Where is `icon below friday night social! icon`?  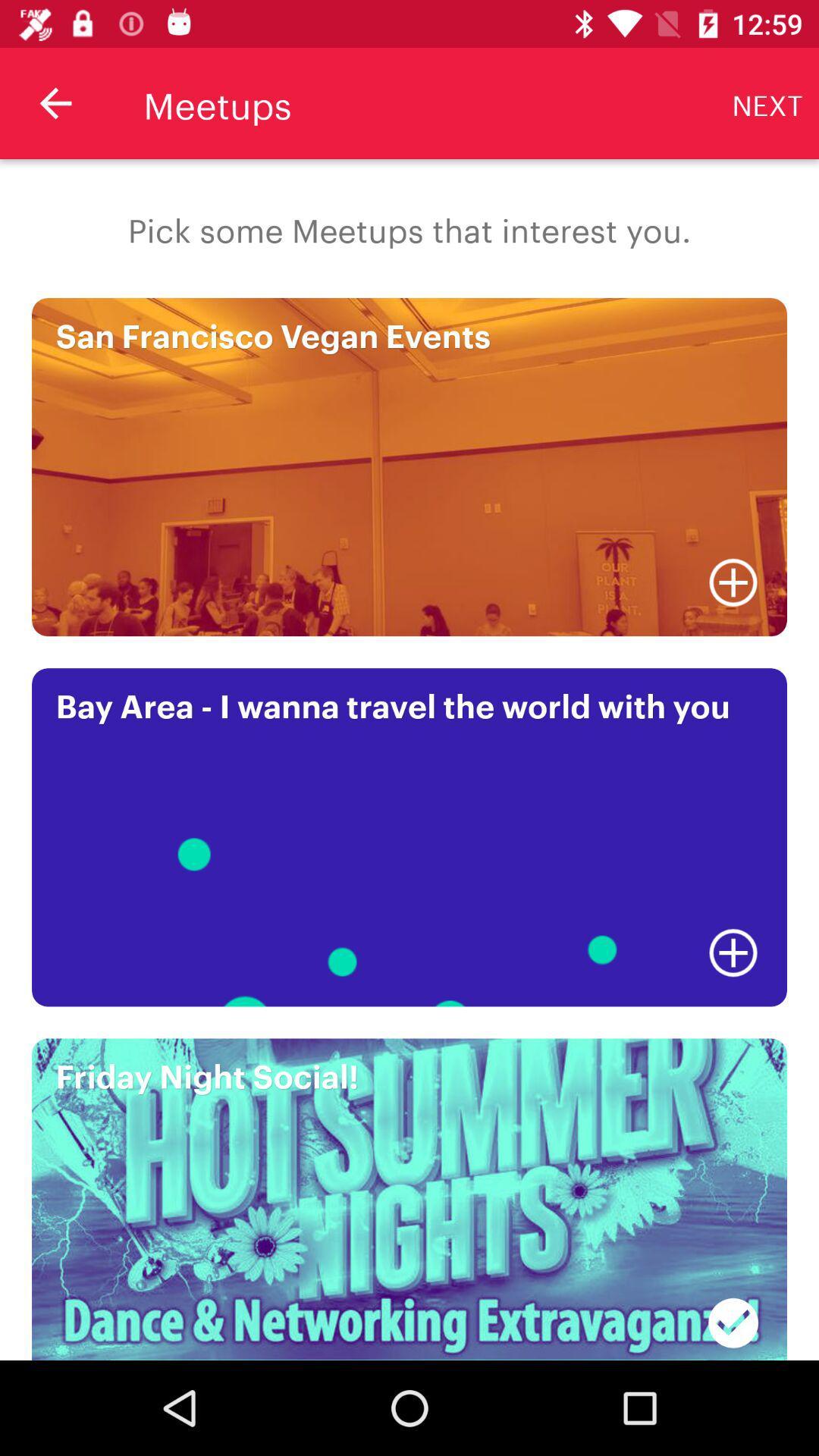 icon below friday night social! icon is located at coordinates (733, 1313).